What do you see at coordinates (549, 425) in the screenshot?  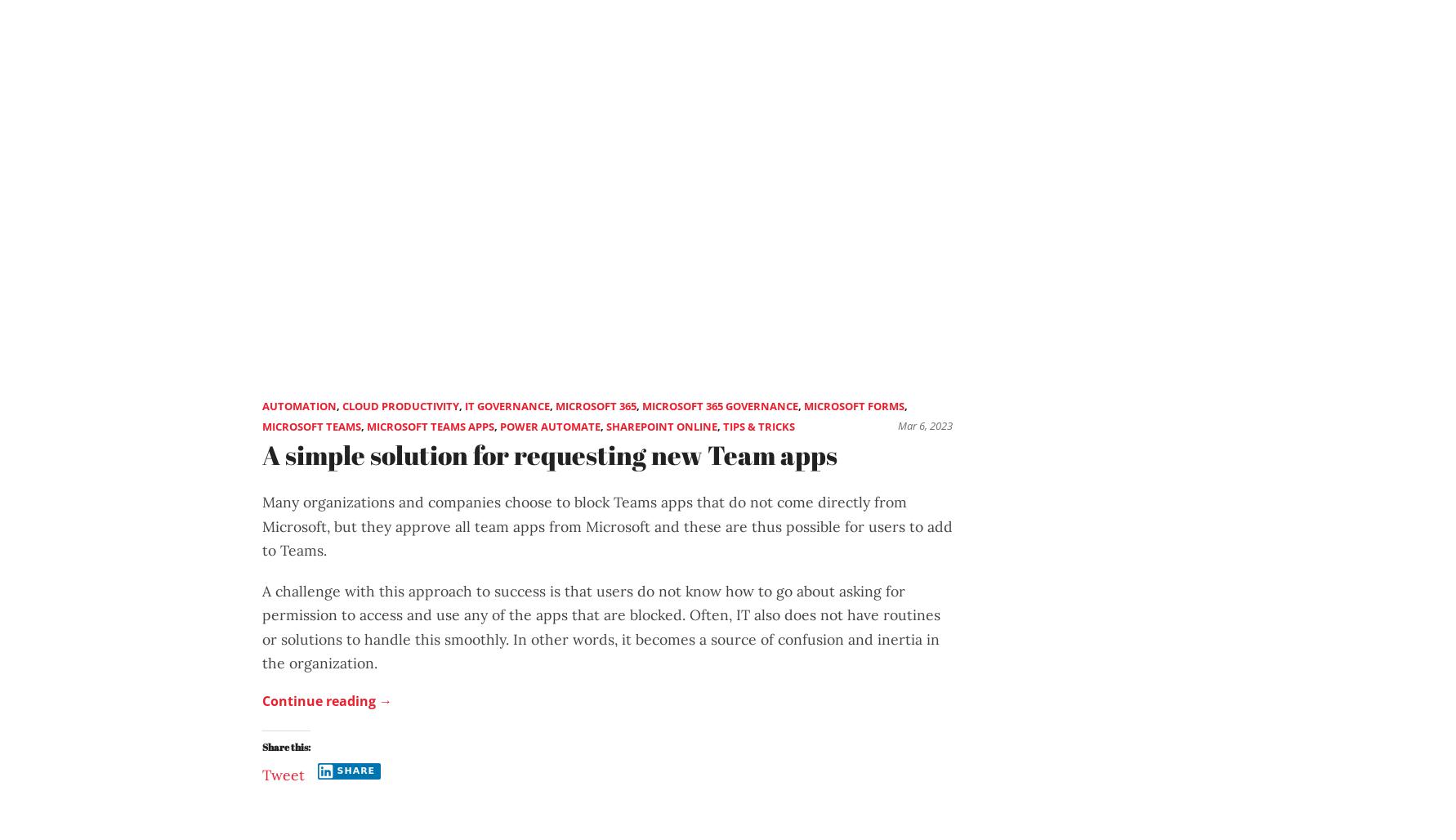 I see `'Power Automate'` at bounding box center [549, 425].